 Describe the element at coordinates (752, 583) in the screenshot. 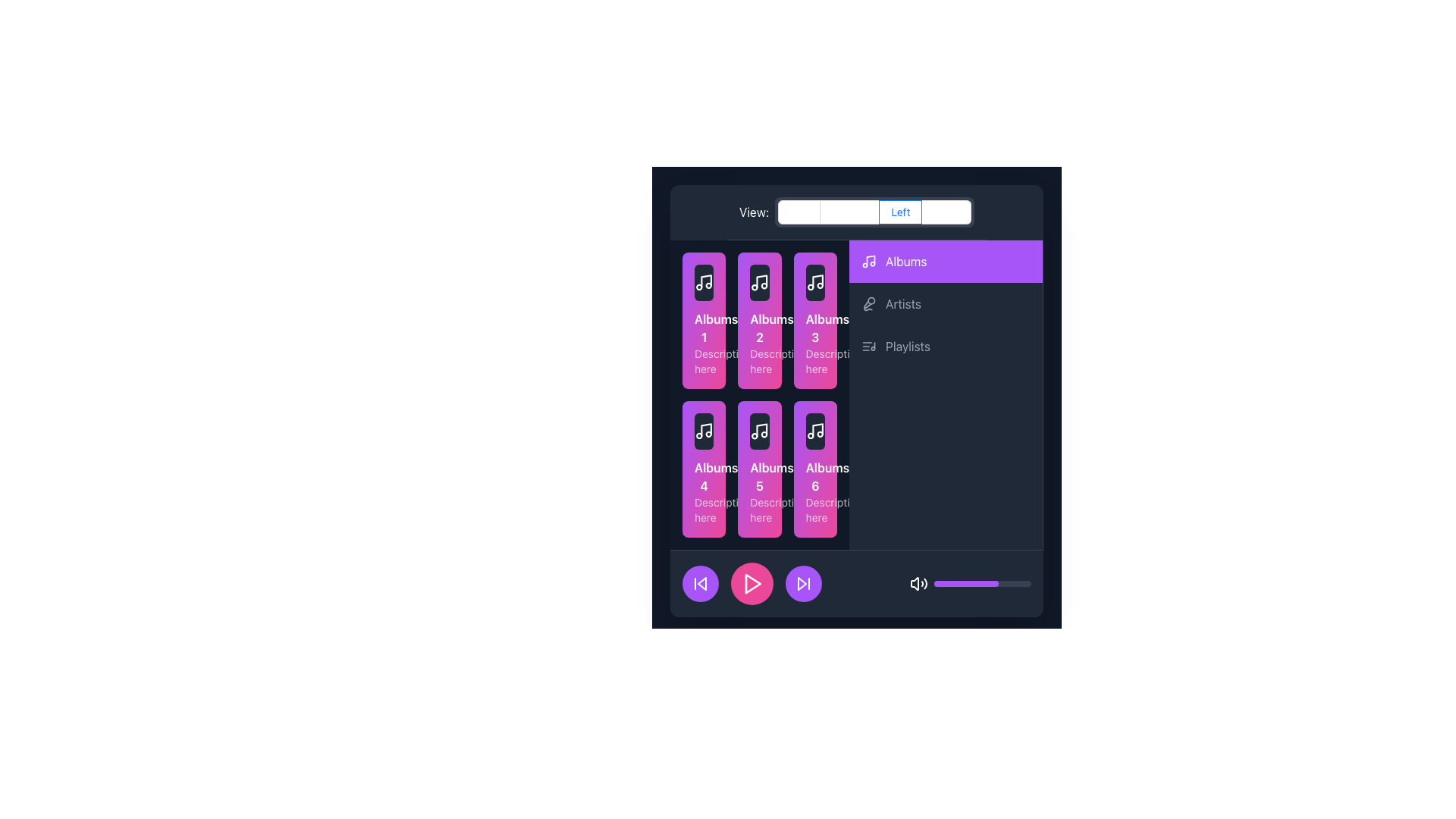

I see `the play button, which features a white outlined triangle SVG icon against a pink background, located centrally in the bottom control bar of the user interface` at that location.